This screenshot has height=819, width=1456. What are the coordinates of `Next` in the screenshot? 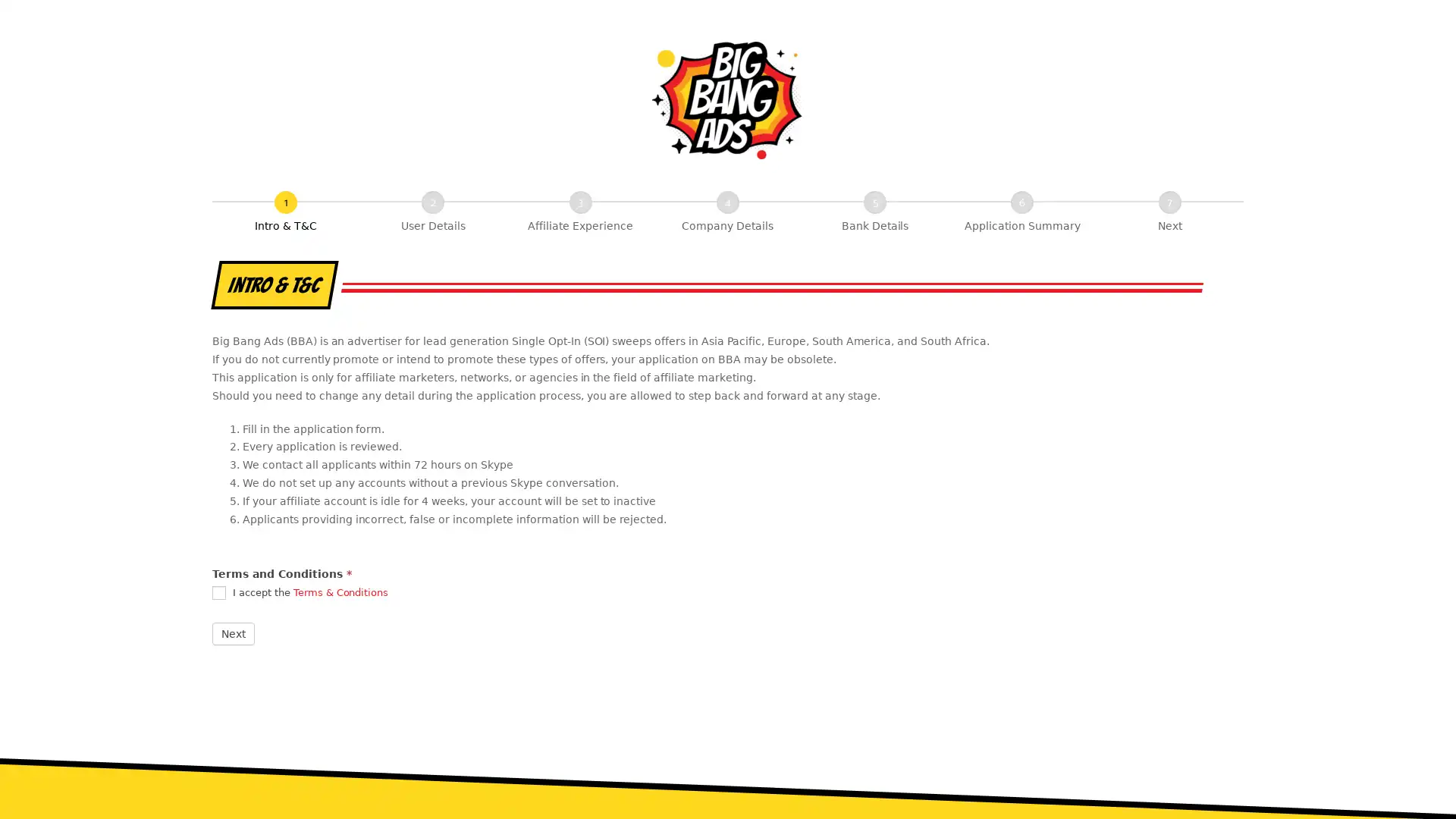 It's located at (232, 634).